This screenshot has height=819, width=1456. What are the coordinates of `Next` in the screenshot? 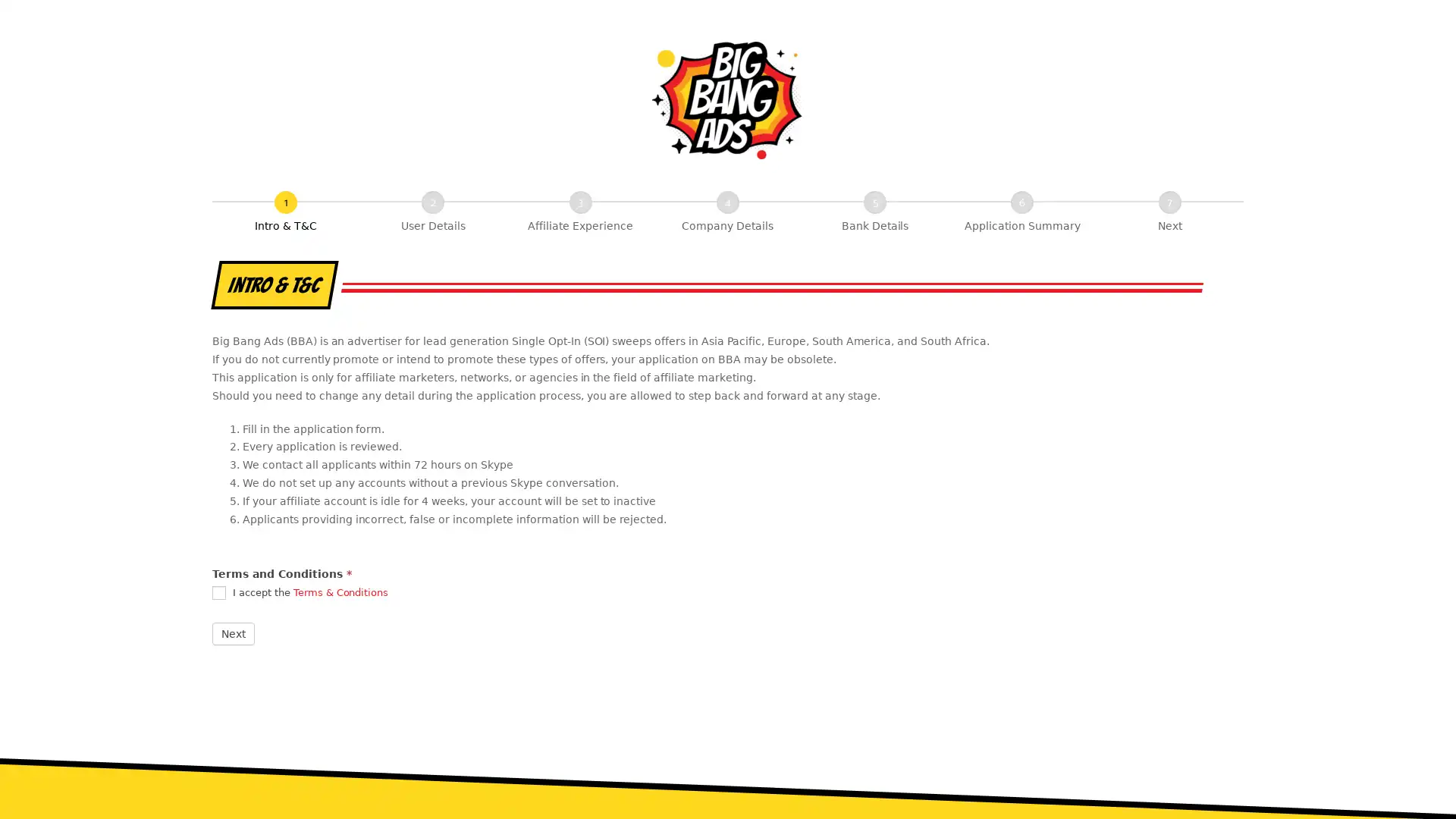 It's located at (232, 634).